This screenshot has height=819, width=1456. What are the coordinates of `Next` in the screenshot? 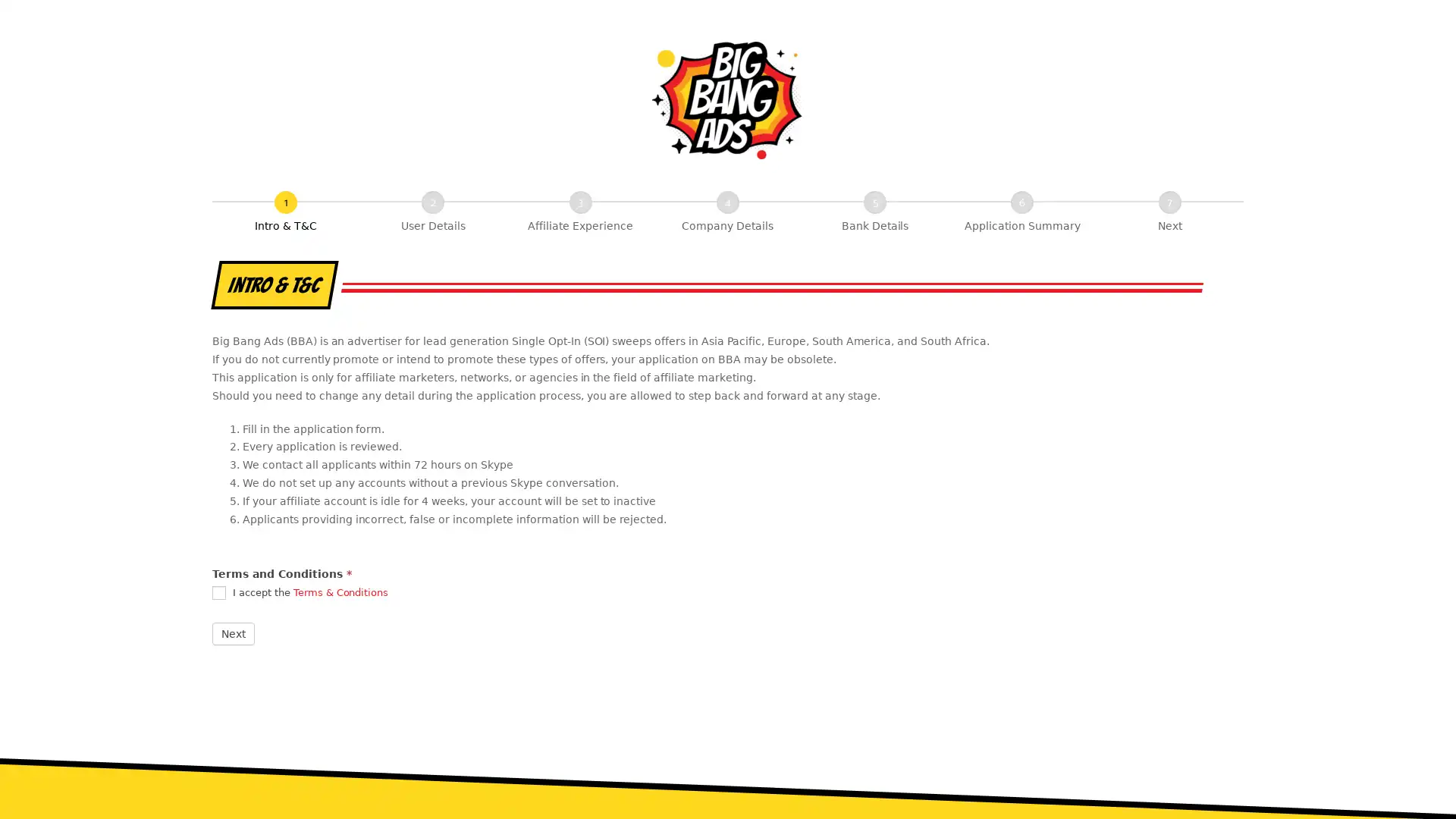 It's located at (232, 634).